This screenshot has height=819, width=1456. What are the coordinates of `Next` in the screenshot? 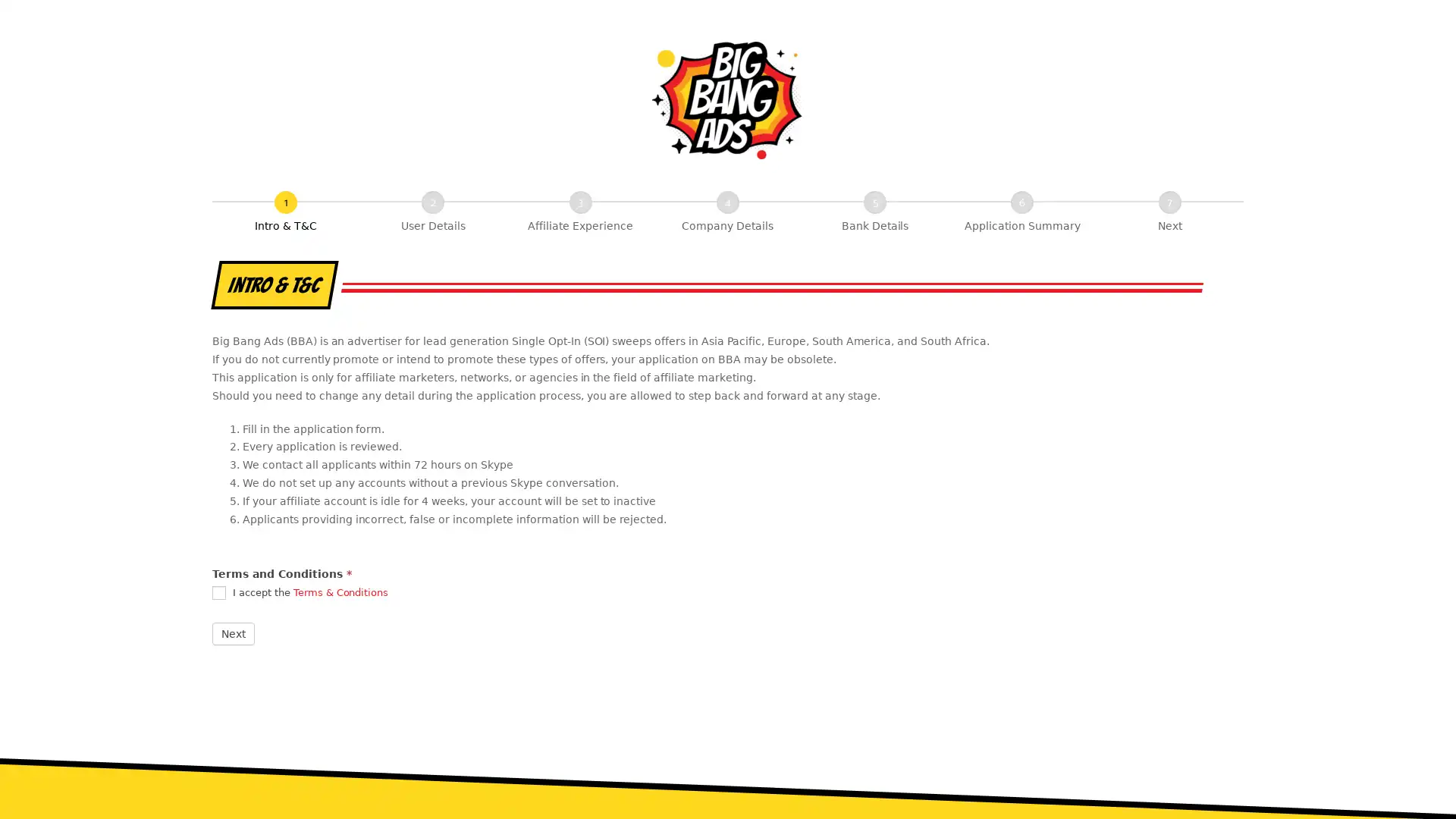 It's located at (232, 634).